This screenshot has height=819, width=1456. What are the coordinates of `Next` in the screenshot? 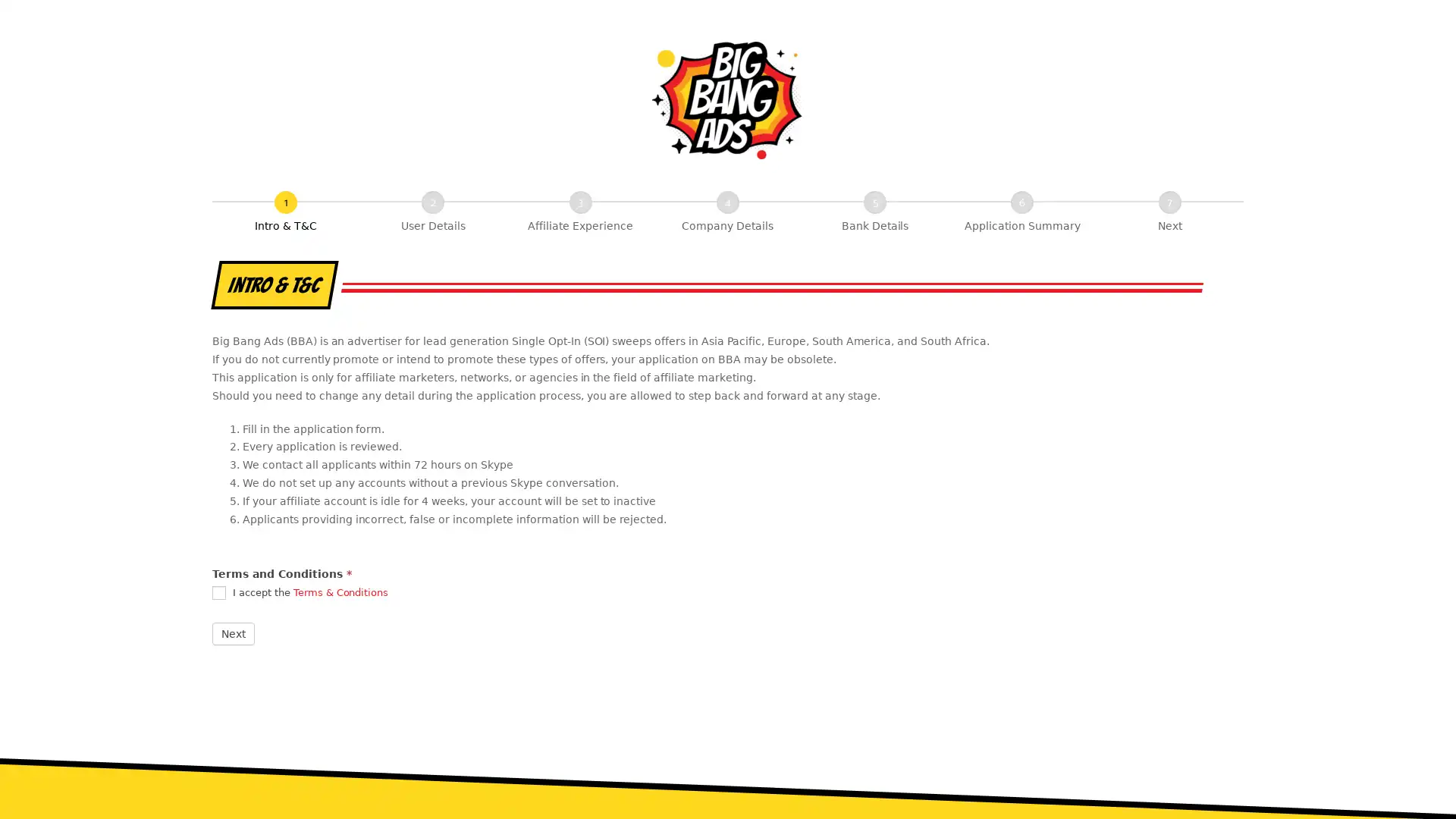 It's located at (232, 634).